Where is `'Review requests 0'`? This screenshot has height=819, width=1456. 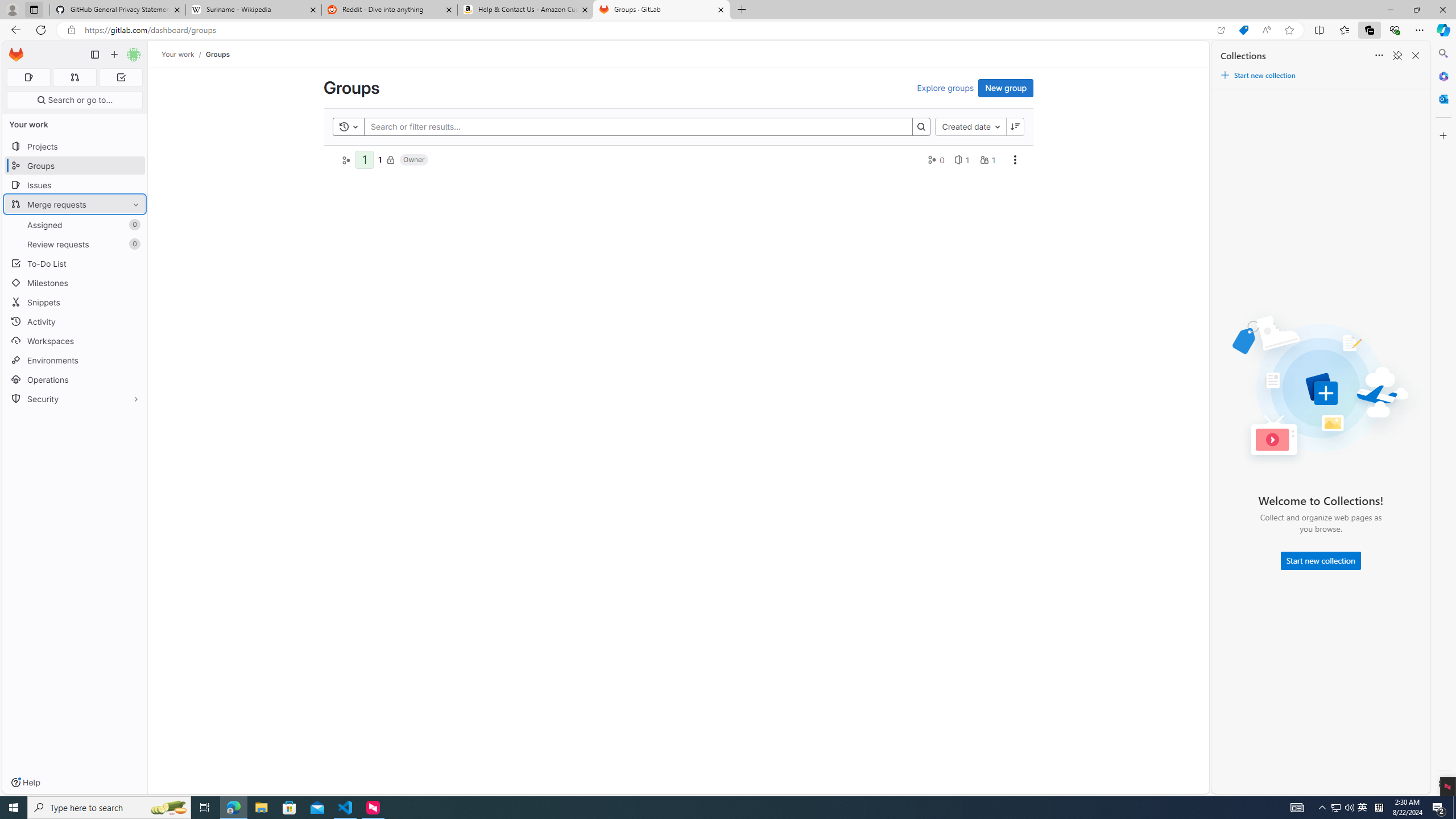 'Review requests 0' is located at coordinates (74, 243).